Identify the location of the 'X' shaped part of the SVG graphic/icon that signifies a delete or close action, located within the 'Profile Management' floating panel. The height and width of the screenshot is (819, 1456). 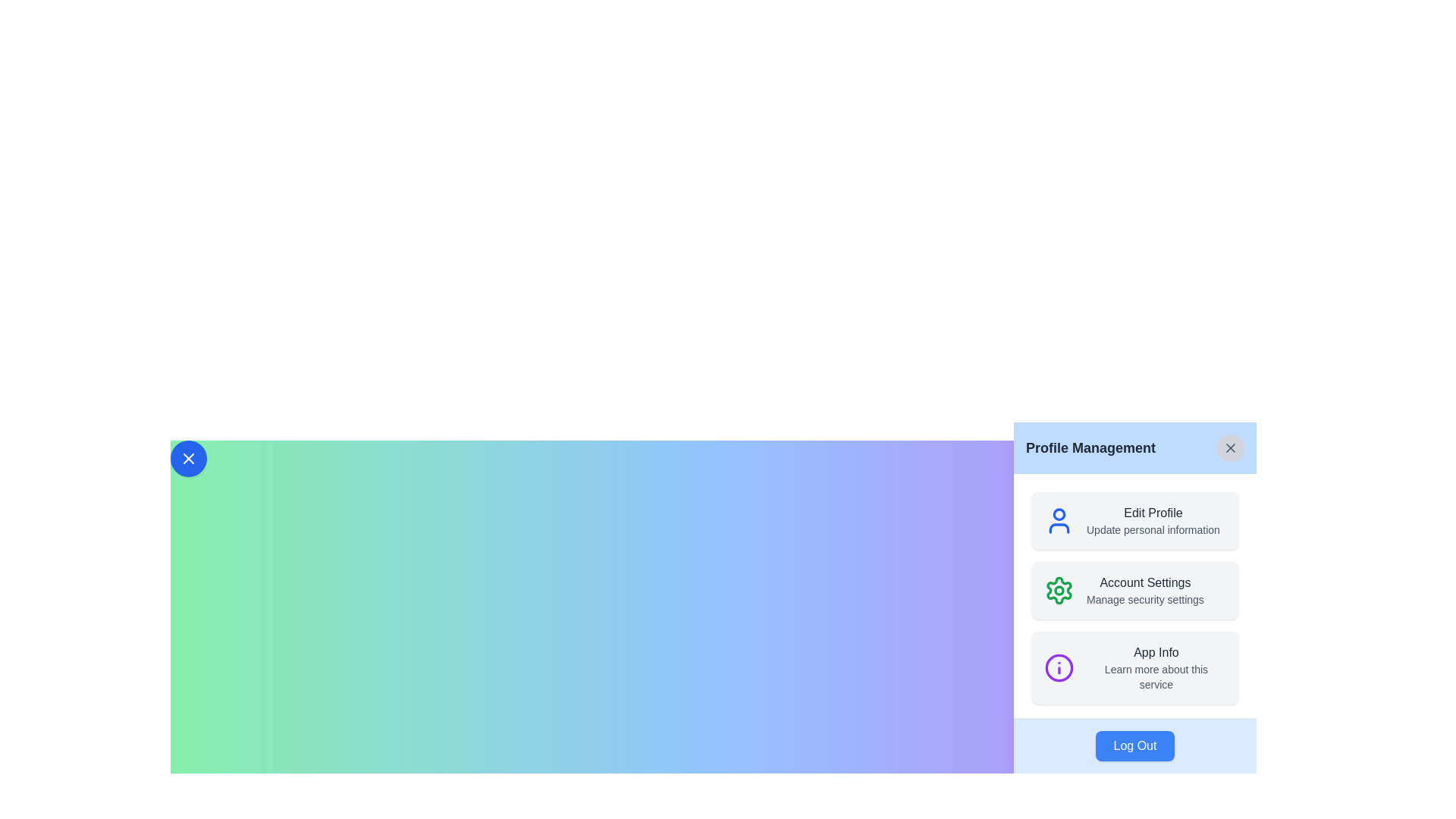
(188, 458).